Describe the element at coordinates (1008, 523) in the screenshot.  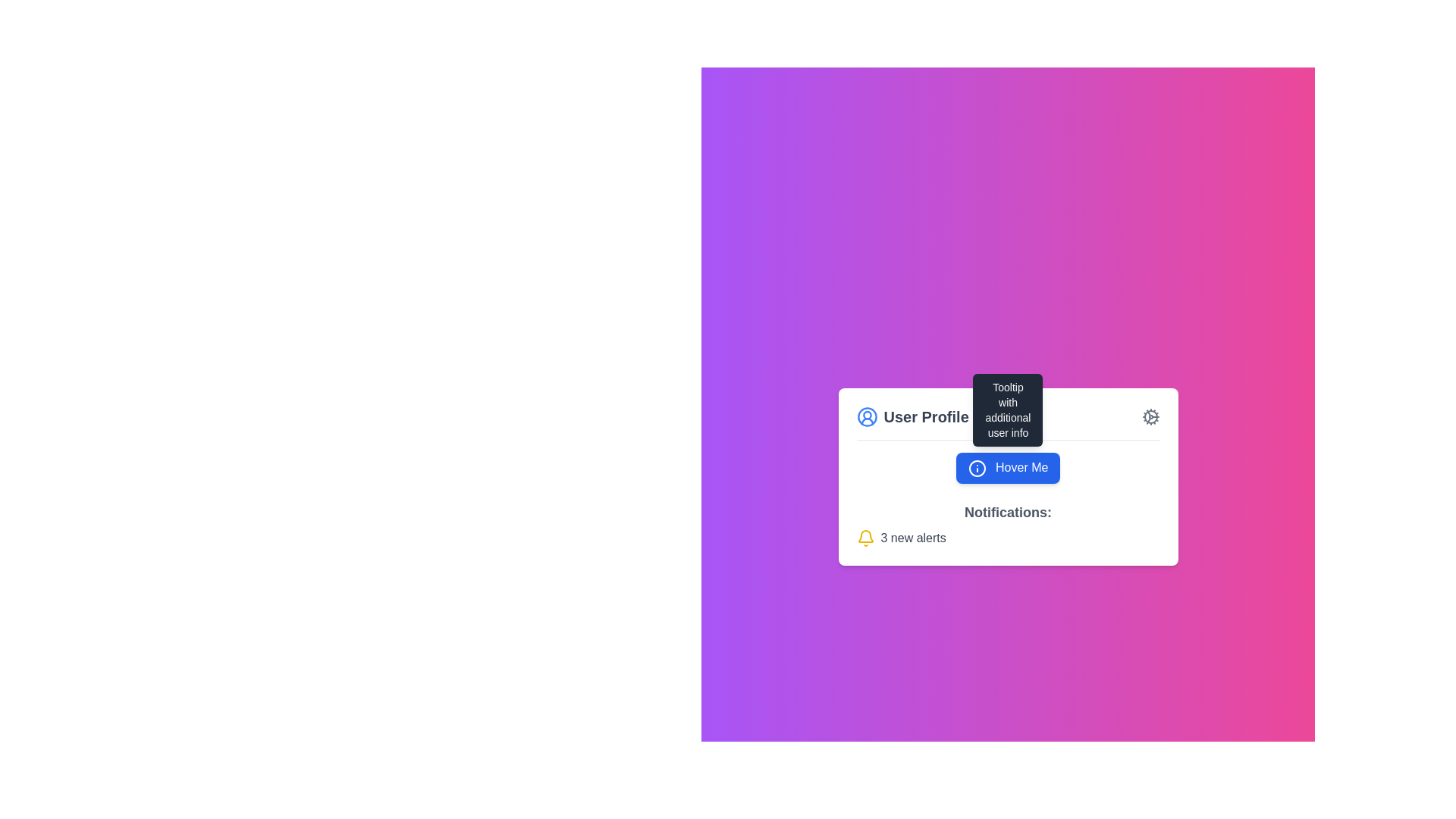
I see `notification details displayed in the composite text and icon-based informational display labeled 'Notifications:' located at the bottom of the interface` at that location.